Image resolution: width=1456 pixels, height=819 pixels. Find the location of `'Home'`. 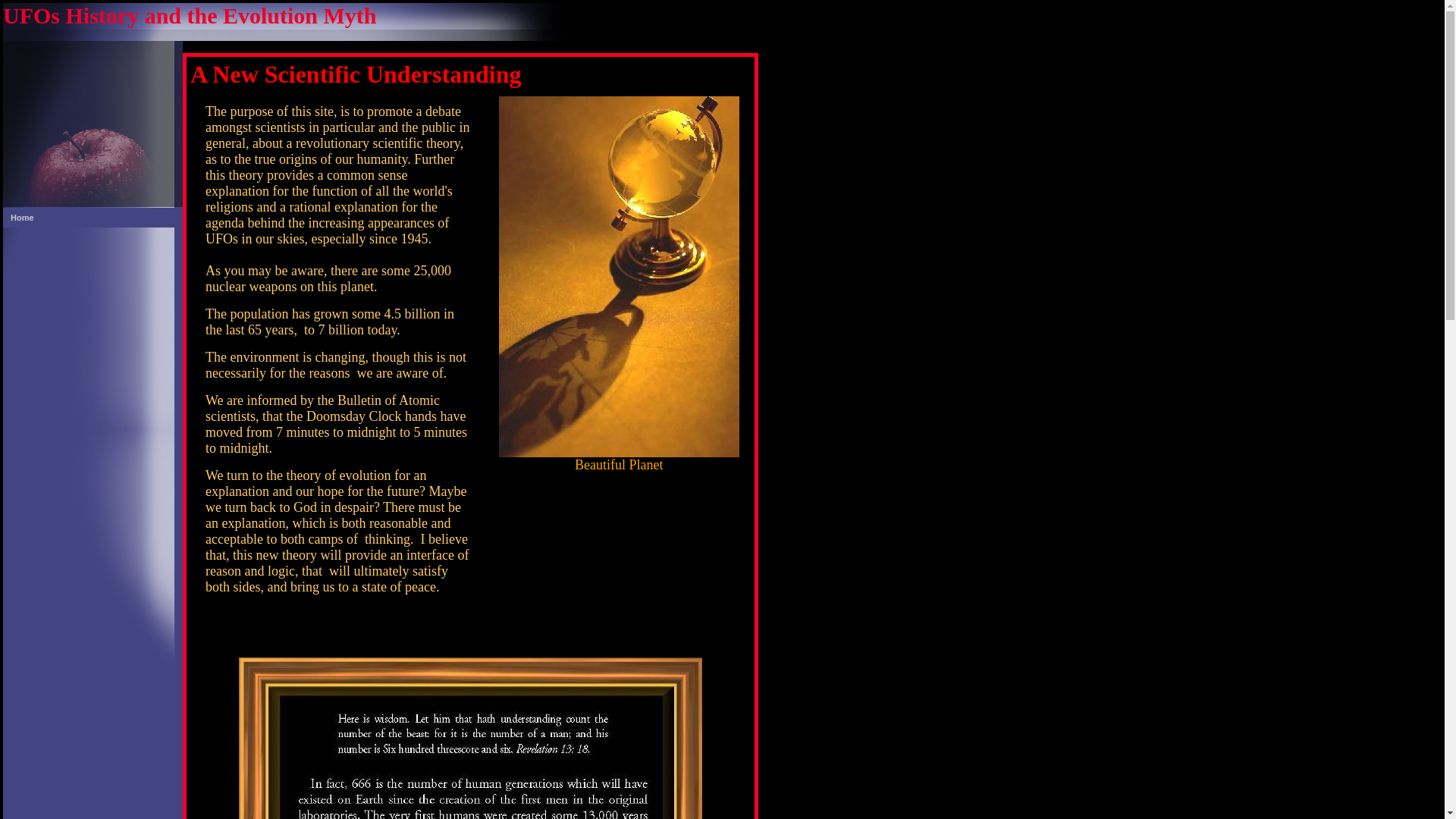

'Home' is located at coordinates (92, 217).